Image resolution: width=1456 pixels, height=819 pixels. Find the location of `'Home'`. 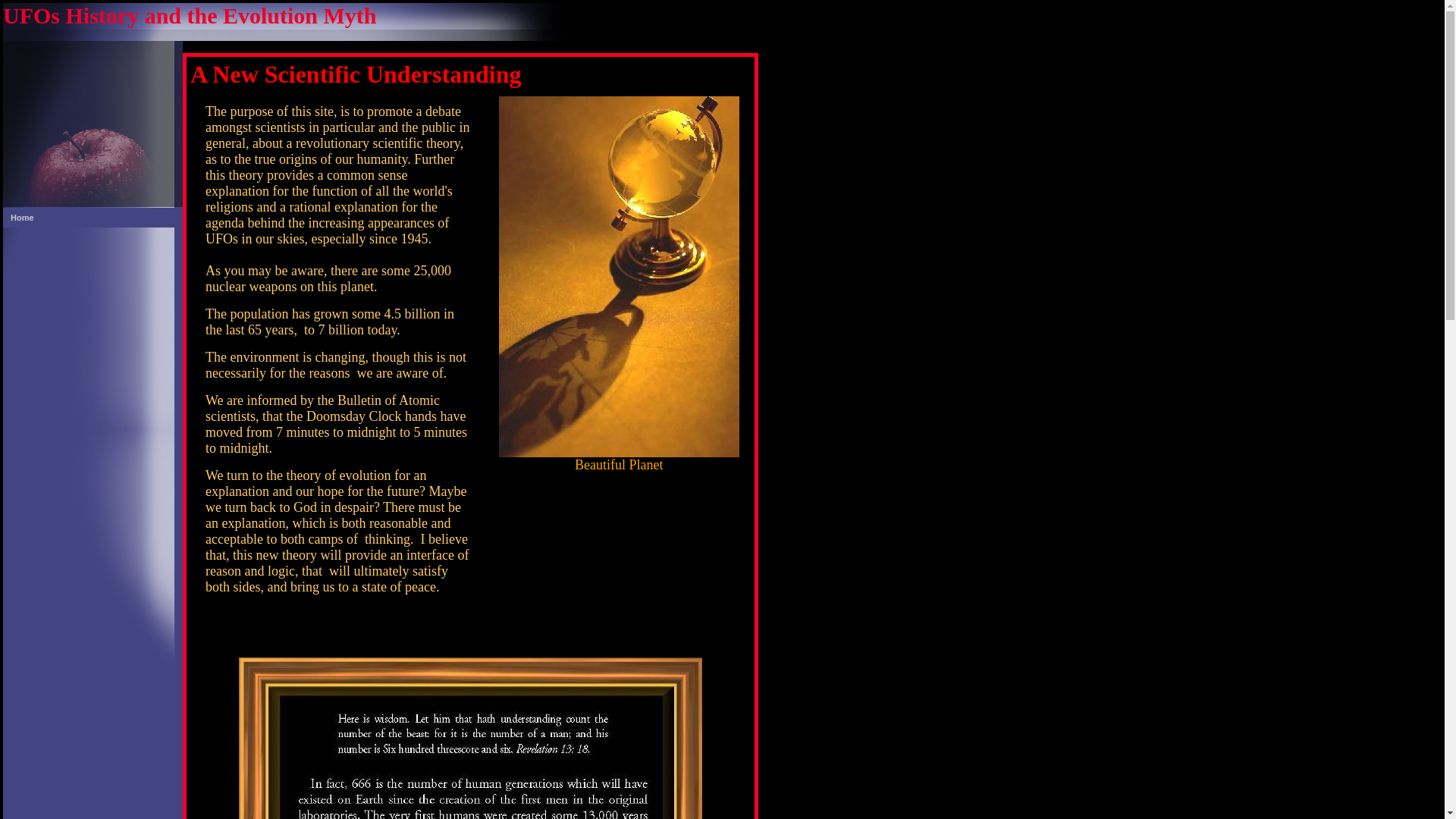

'Home' is located at coordinates (92, 217).